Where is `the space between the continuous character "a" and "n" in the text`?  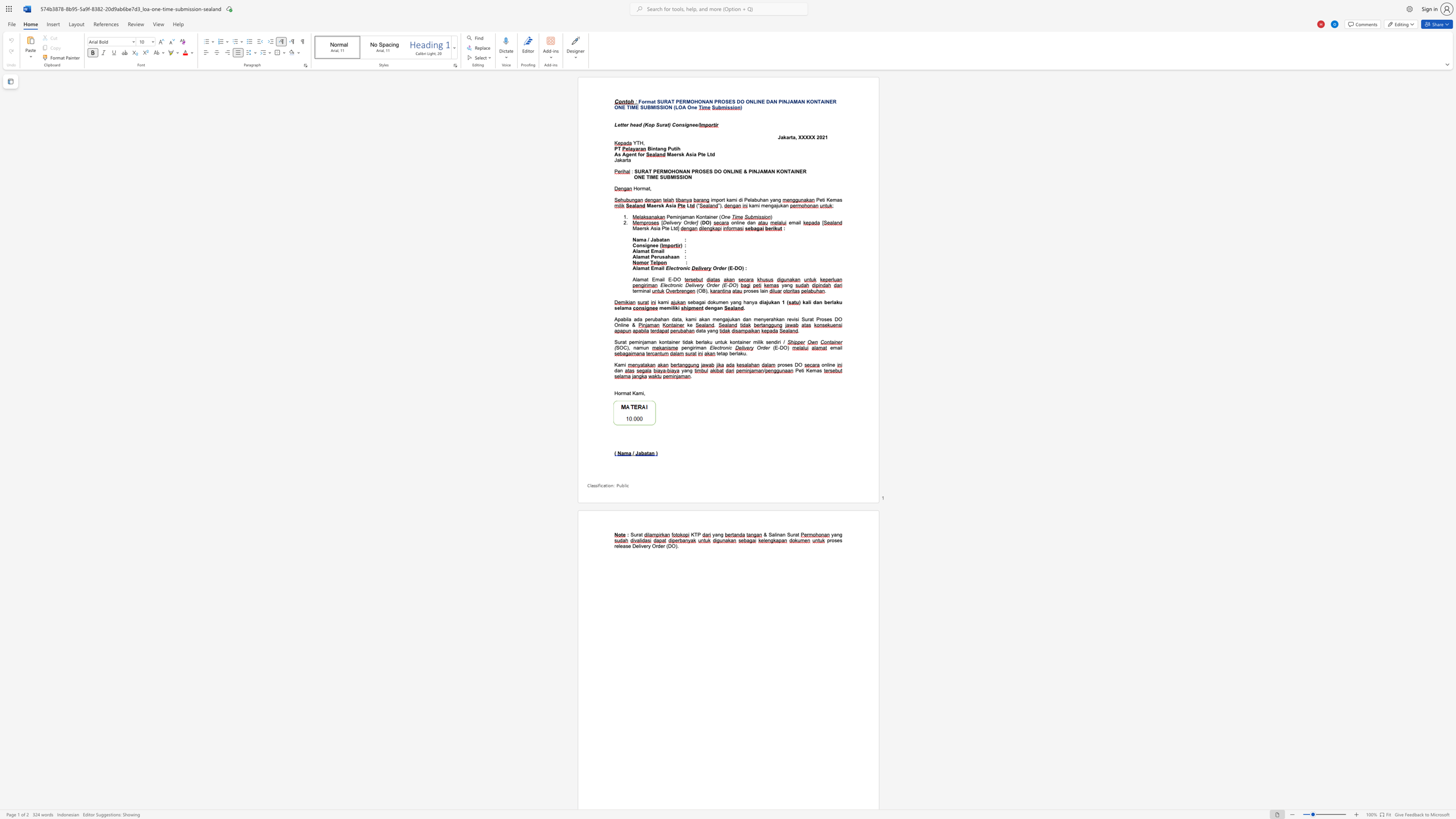
the space between the continuous character "a" and "n" in the text is located at coordinates (712, 330).